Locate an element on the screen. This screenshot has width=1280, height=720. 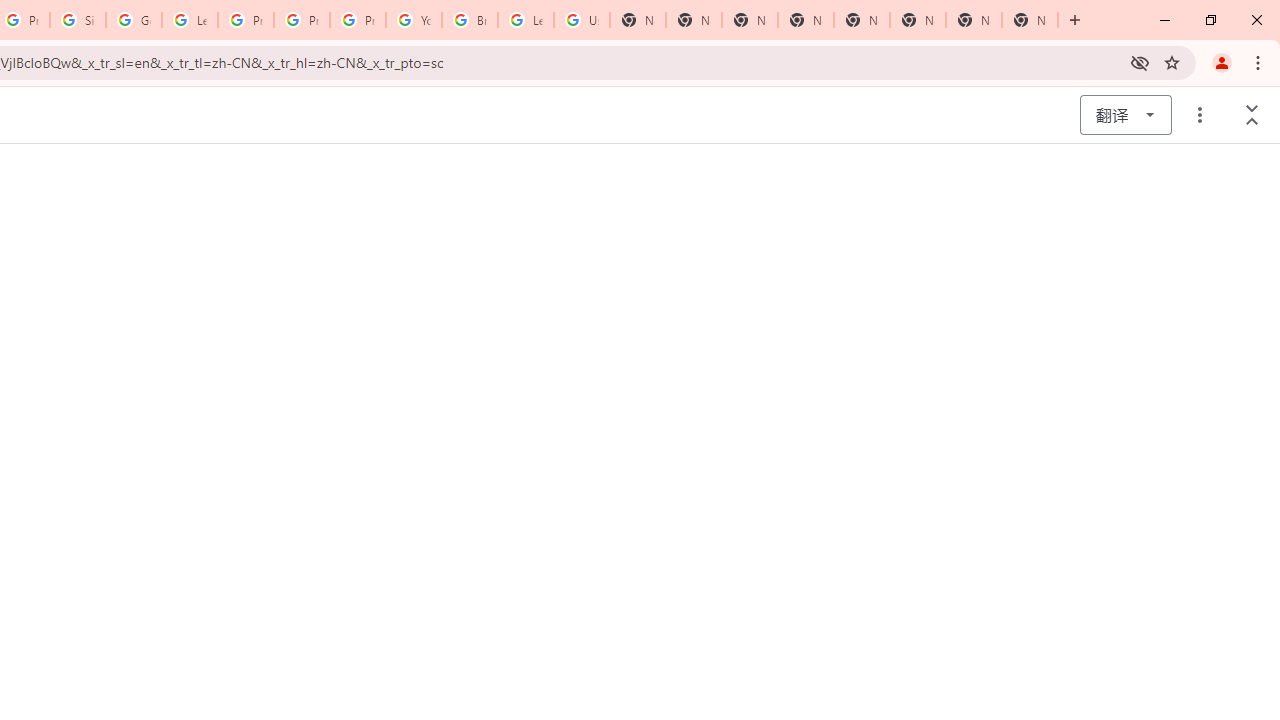
'Privacy Help Center - Policies Help' is located at coordinates (301, 20).